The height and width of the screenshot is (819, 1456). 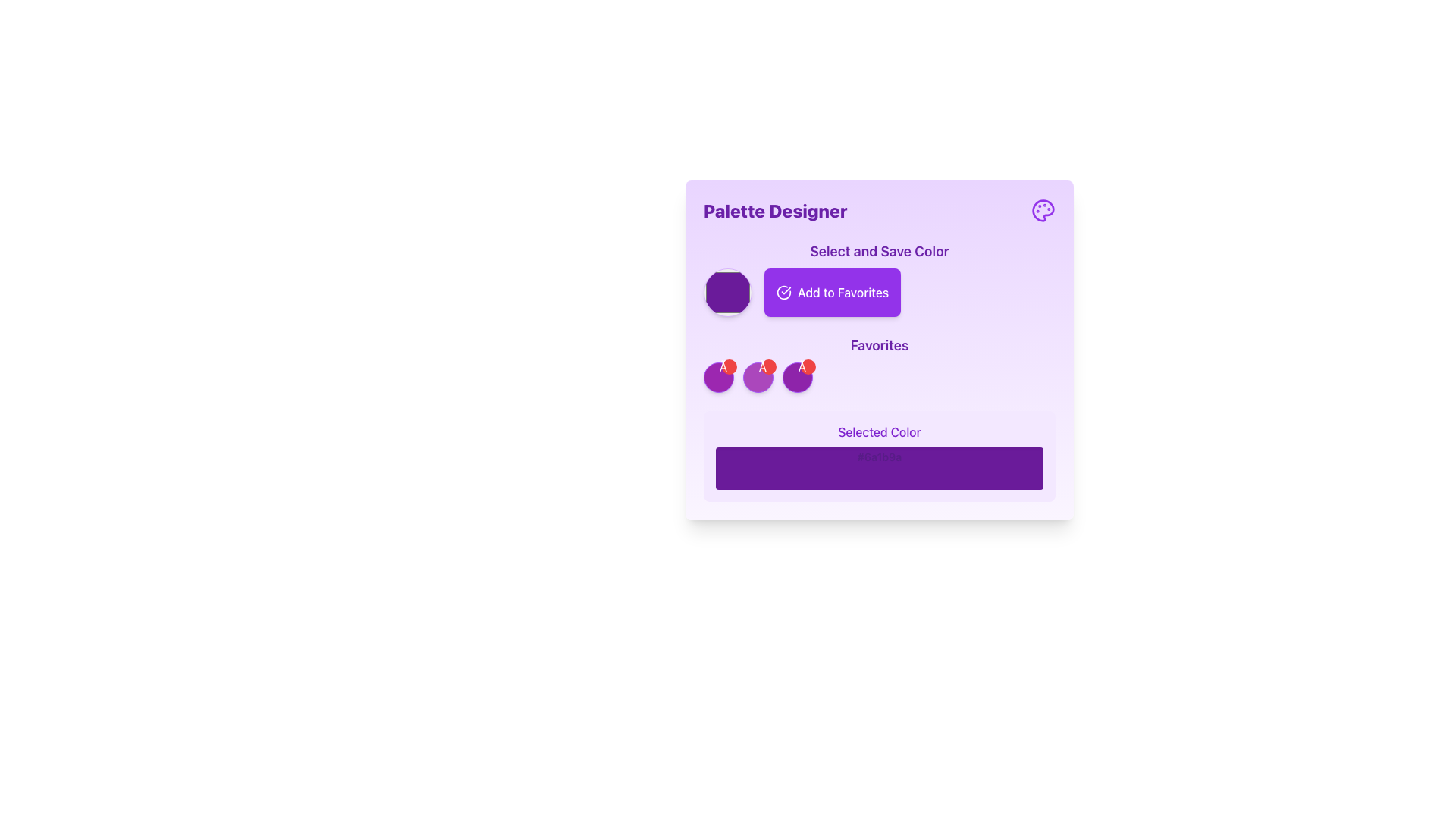 What do you see at coordinates (880, 315) in the screenshot?
I see `the button located in the 'Select and Save Color' section` at bounding box center [880, 315].